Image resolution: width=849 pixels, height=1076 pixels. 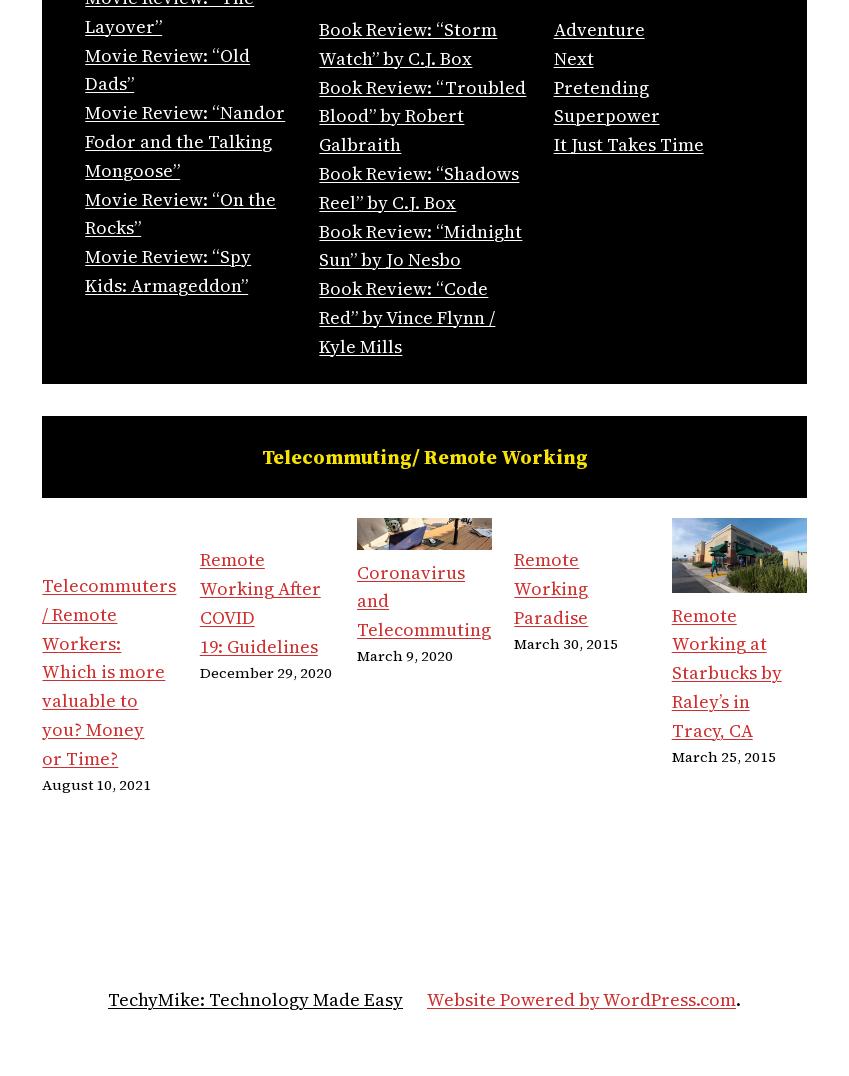 What do you see at coordinates (255, 998) in the screenshot?
I see `'TechyMike: Technology Made Easy'` at bounding box center [255, 998].